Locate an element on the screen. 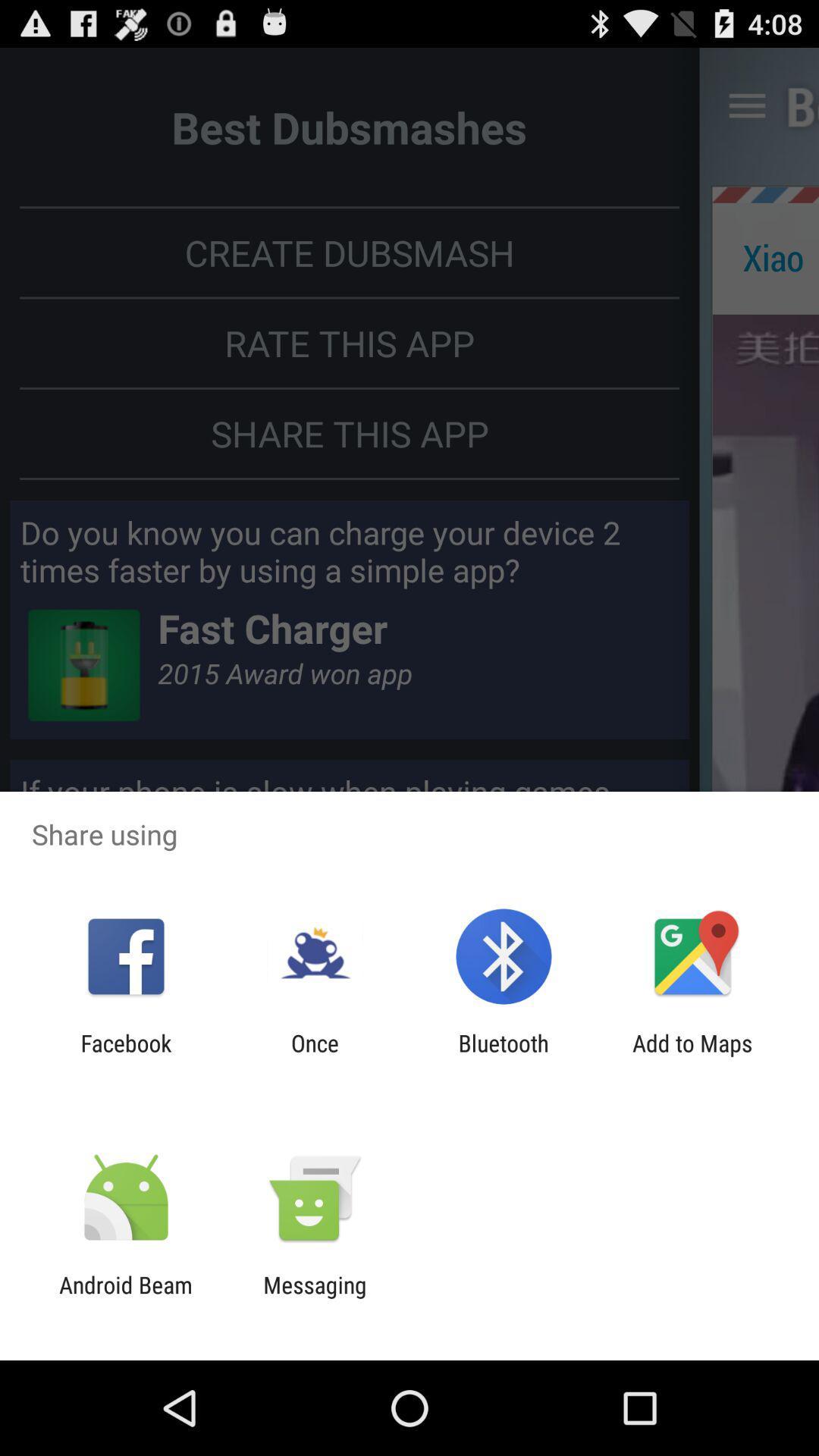  the app to the right of the bluetooth is located at coordinates (692, 1056).